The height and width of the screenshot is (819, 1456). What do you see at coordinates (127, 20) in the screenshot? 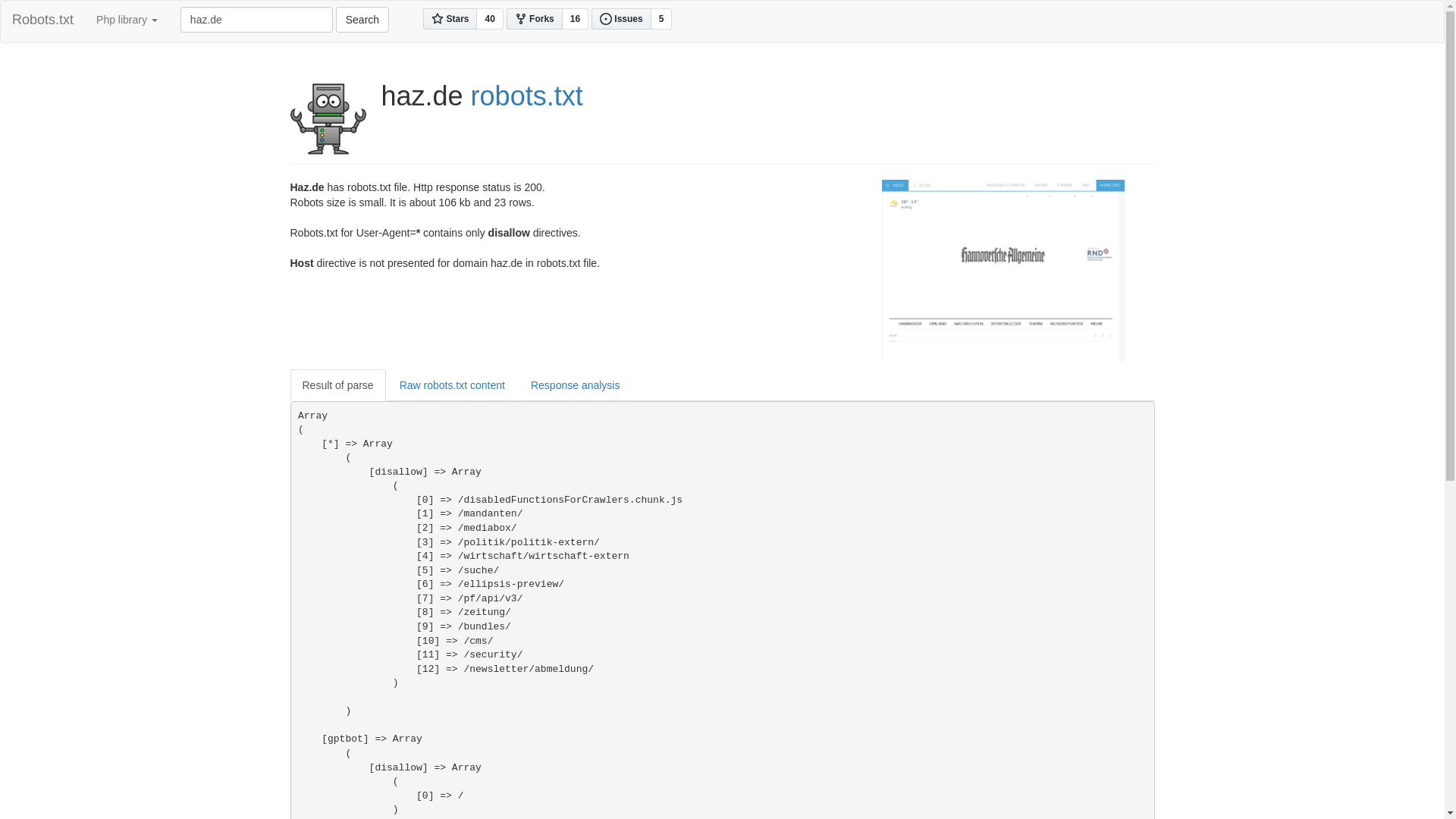
I see `'Php library'` at bounding box center [127, 20].